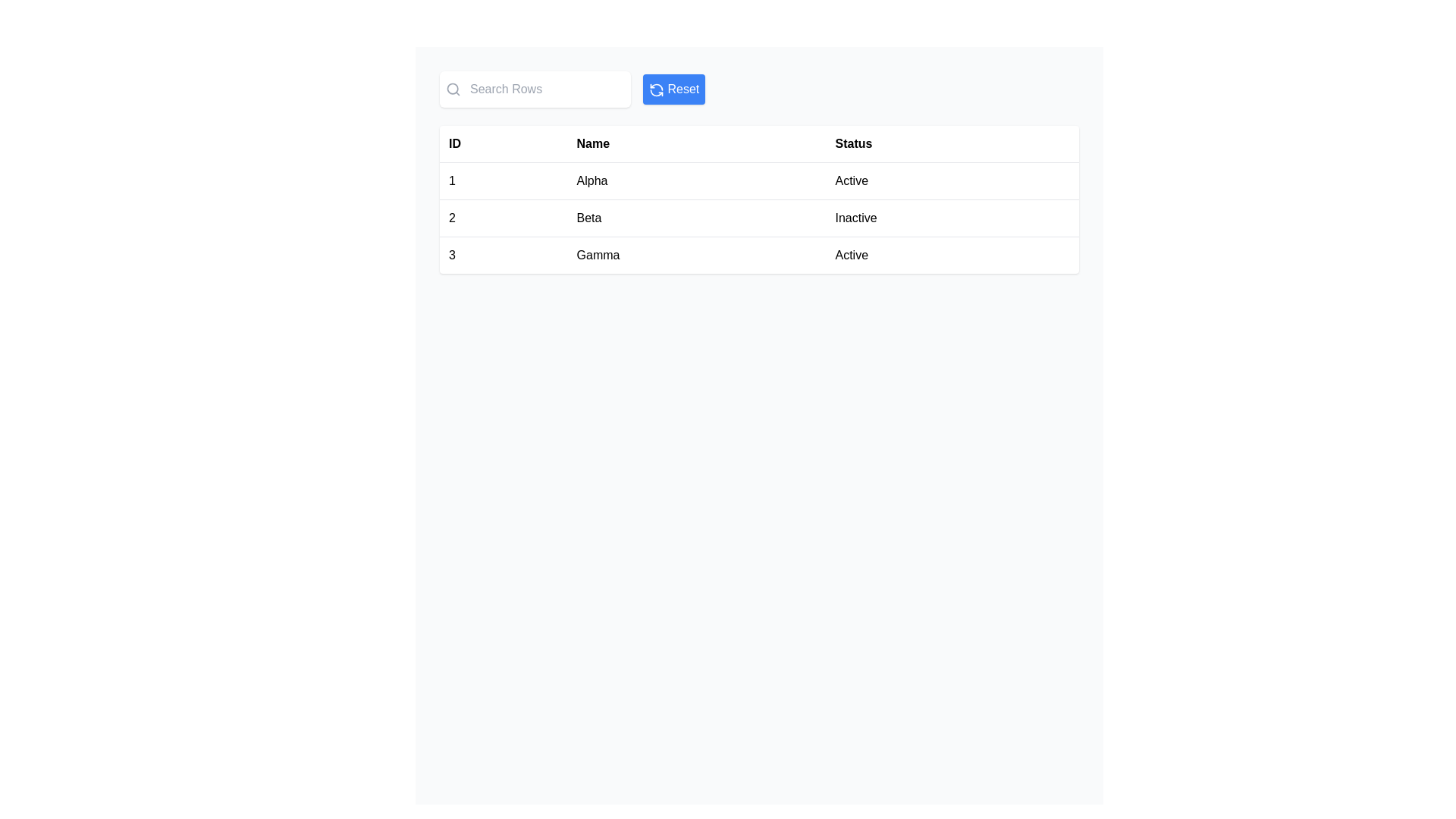 The image size is (1456, 819). What do you see at coordinates (759, 254) in the screenshot?
I see `the third row of the table which contains the elements '3', 'Gamma', and 'Active'` at bounding box center [759, 254].